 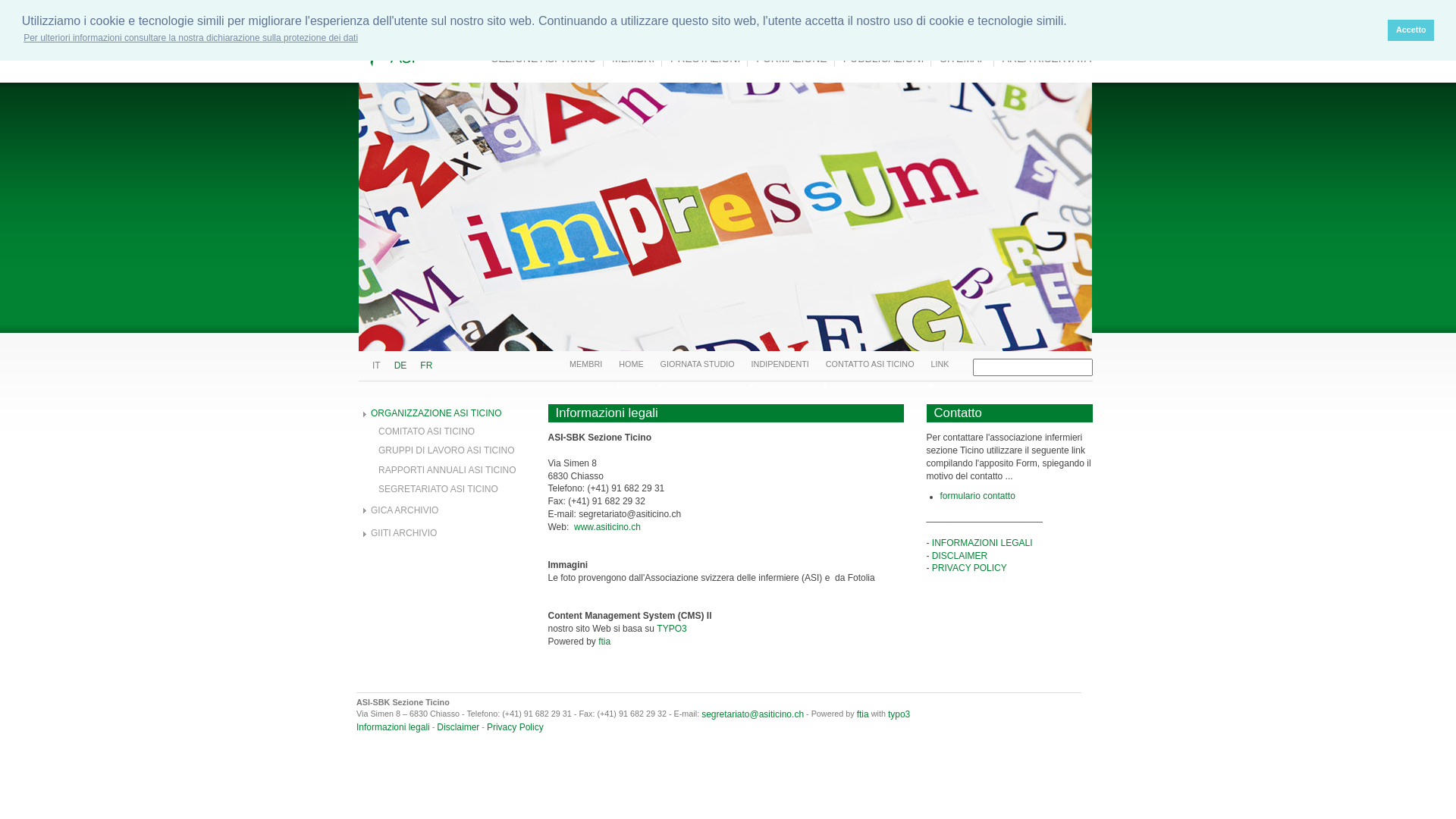 I want to click on 'MEMBRI', so click(x=585, y=363).